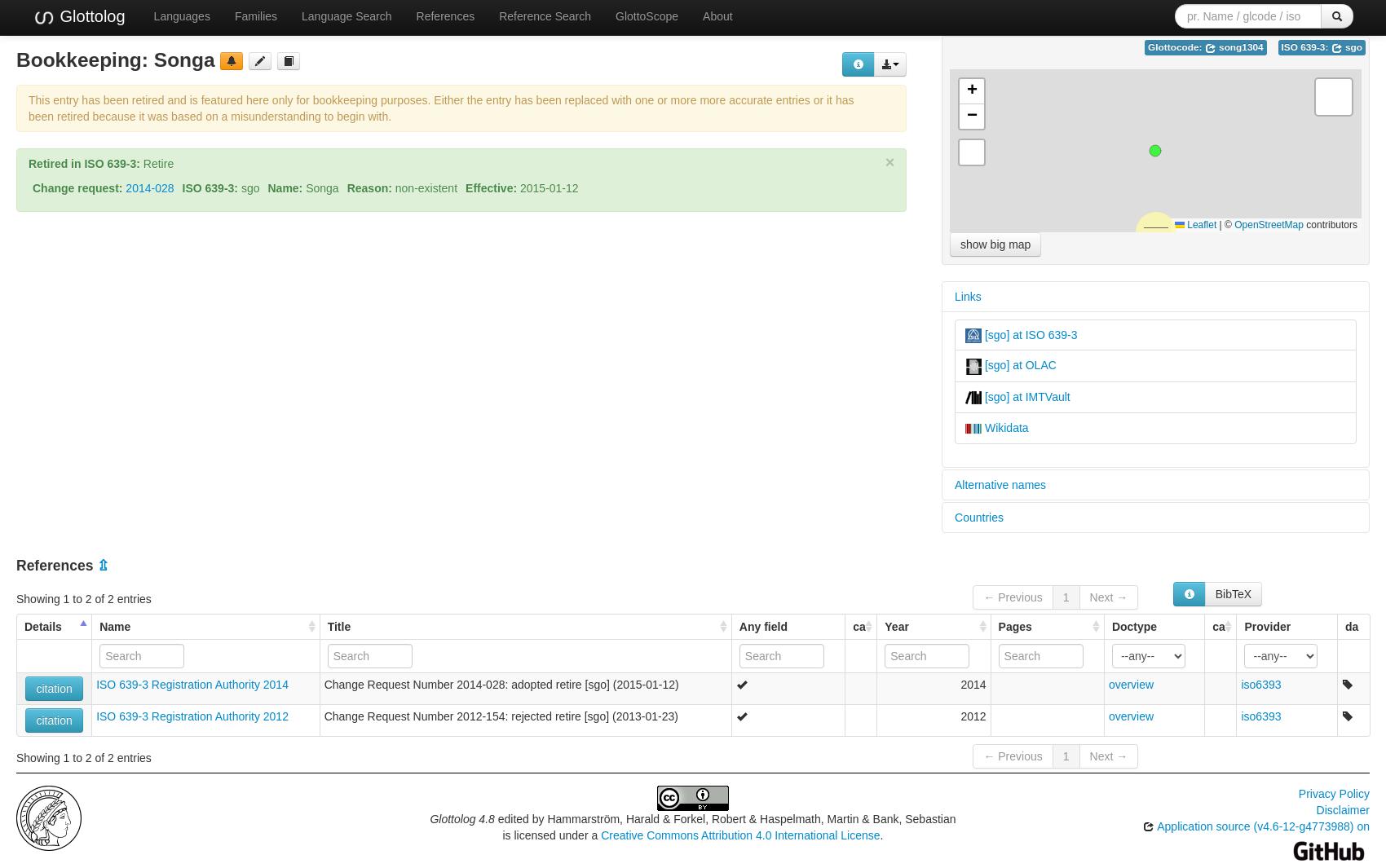 Image resolution: width=1386 pixels, height=868 pixels. I want to click on 'is licensed under a', so click(501, 835).